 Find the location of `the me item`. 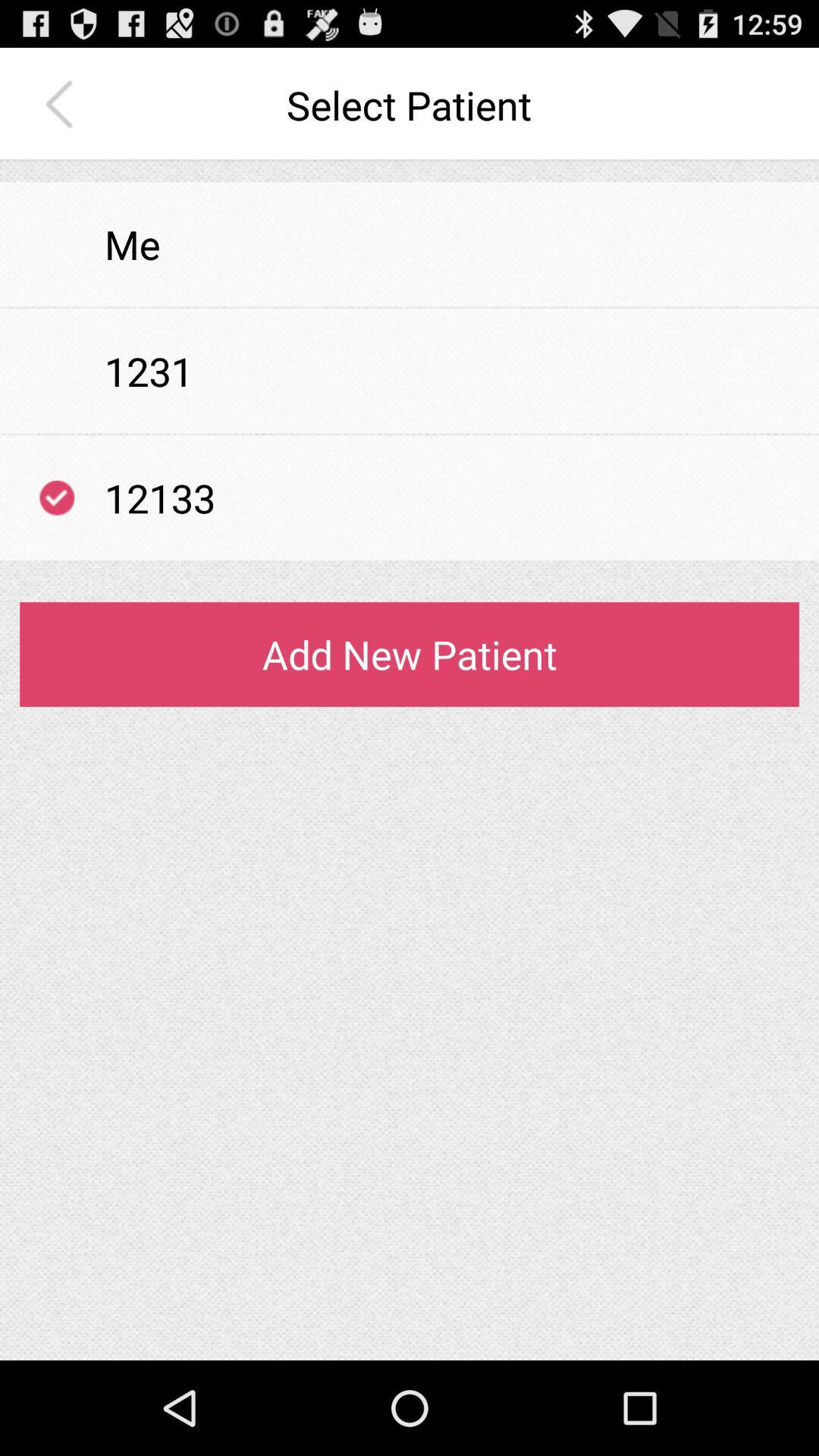

the me item is located at coordinates (131, 244).